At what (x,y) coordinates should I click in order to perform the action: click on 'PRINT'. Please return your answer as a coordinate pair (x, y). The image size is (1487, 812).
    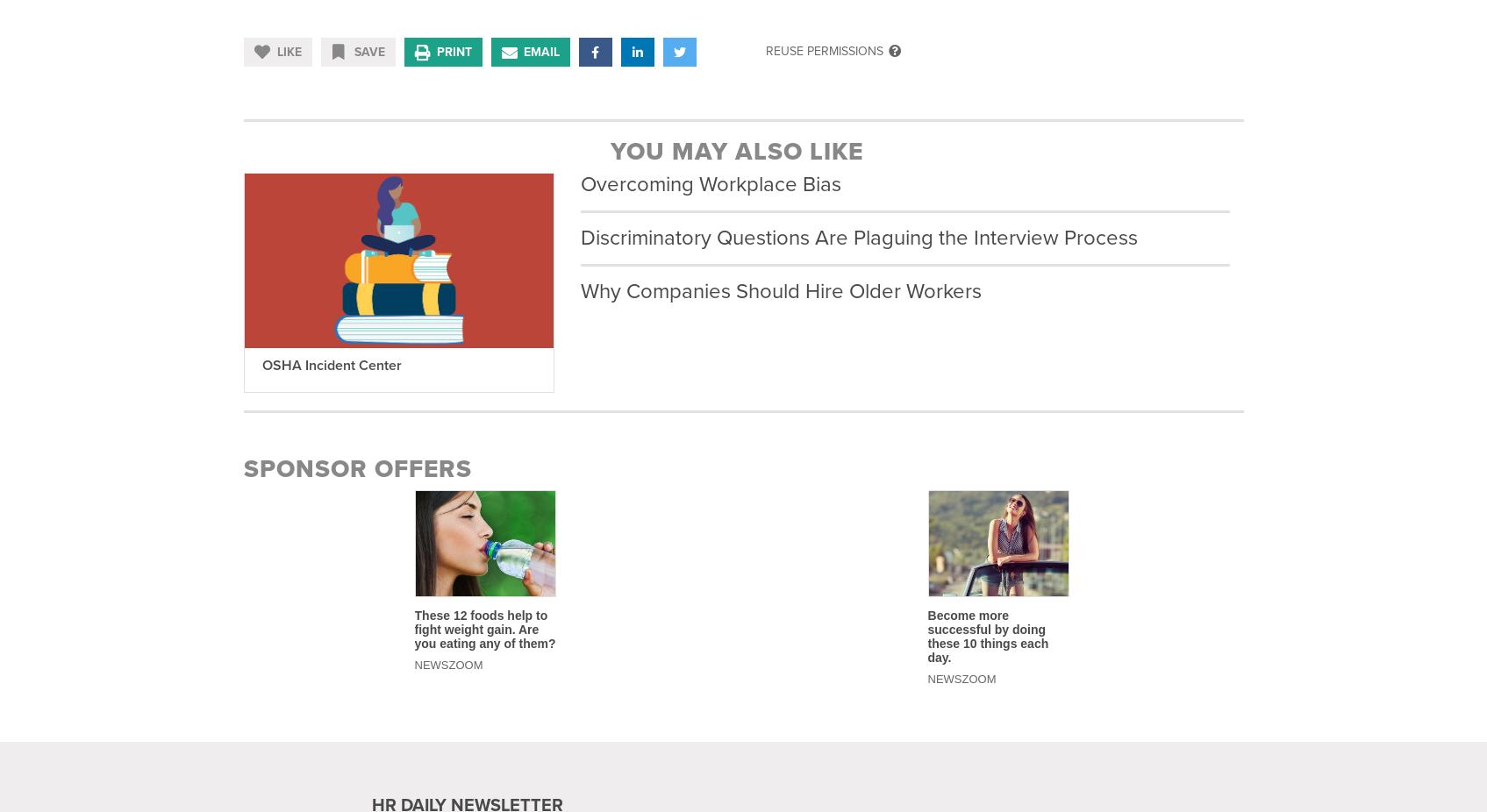
    Looking at the image, I should click on (452, 51).